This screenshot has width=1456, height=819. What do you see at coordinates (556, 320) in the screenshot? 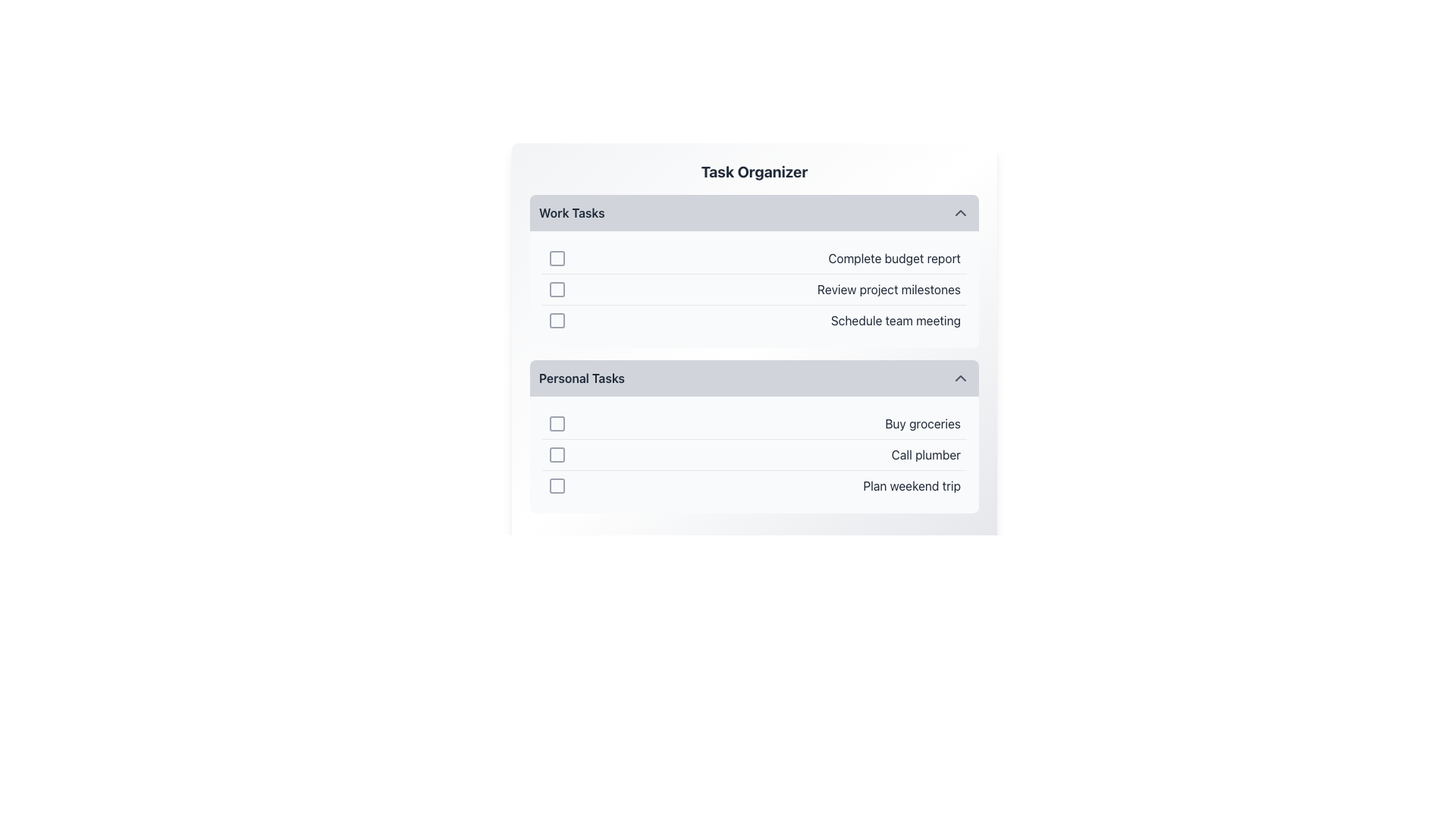
I see `the third checkbox in the 'Work Tasks' section of the 'Task Organizer' interface, which has a light gray outline and a hollow center, located to the left of the text 'Schedule team meeting'` at bounding box center [556, 320].